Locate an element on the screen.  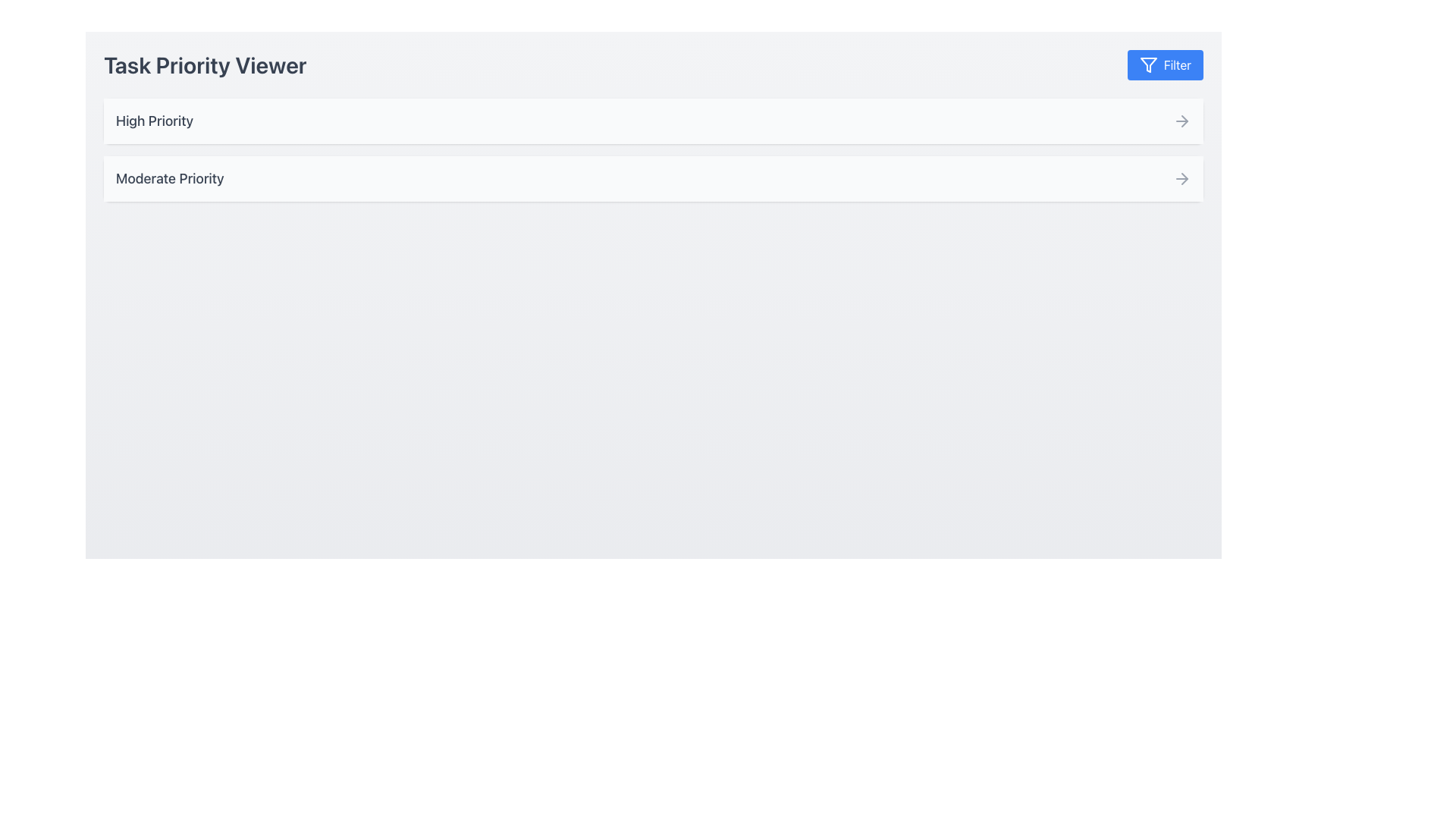
the 'Moderate Priority' interactive list item is located at coordinates (654, 177).